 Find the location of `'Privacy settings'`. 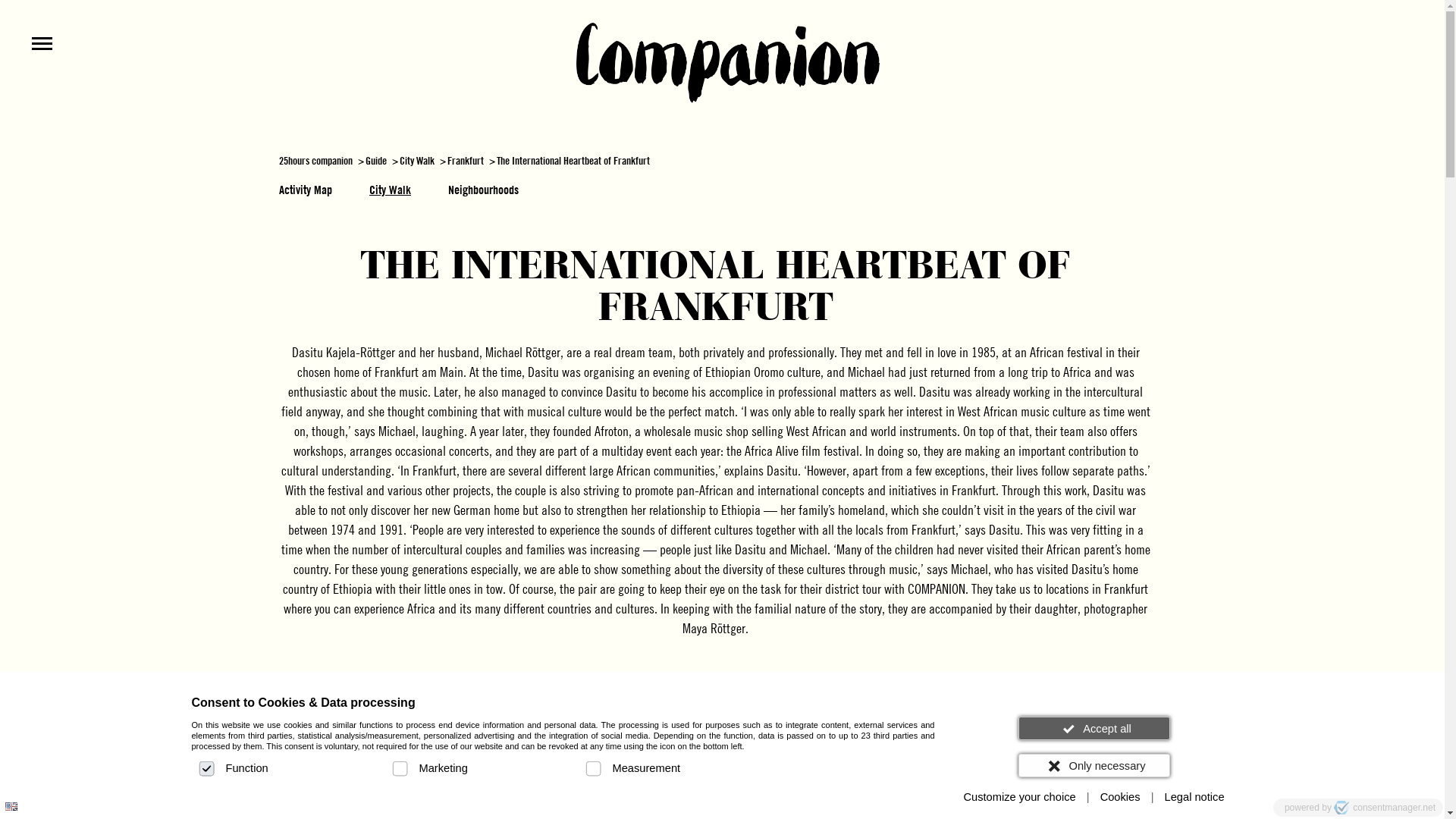

'Privacy settings' is located at coordinates (17, 801).